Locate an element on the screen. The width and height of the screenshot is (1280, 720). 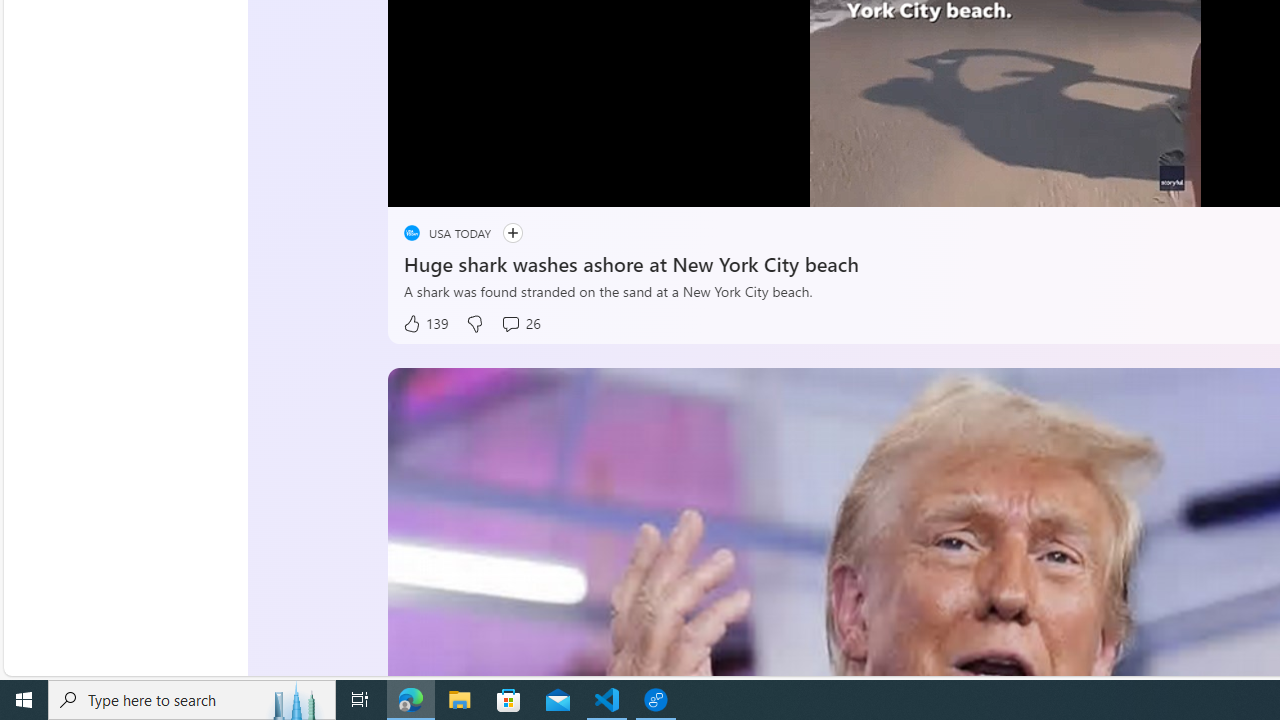
'placeholder USA TODAY' is located at coordinates (447, 232).